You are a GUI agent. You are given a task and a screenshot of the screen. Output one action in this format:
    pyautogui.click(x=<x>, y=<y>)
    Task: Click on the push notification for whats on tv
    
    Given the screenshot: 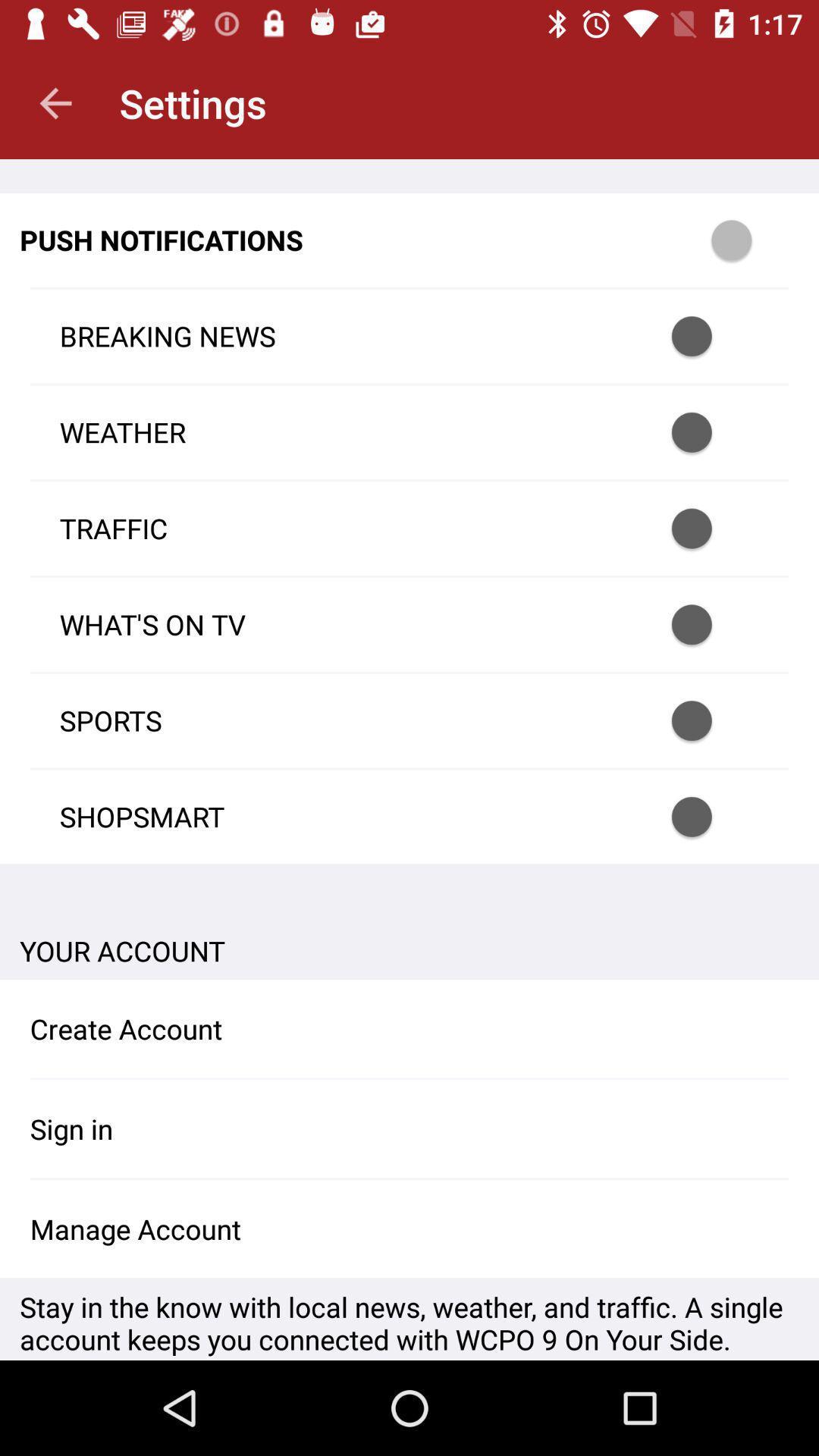 What is the action you would take?
    pyautogui.click(x=711, y=624)
    